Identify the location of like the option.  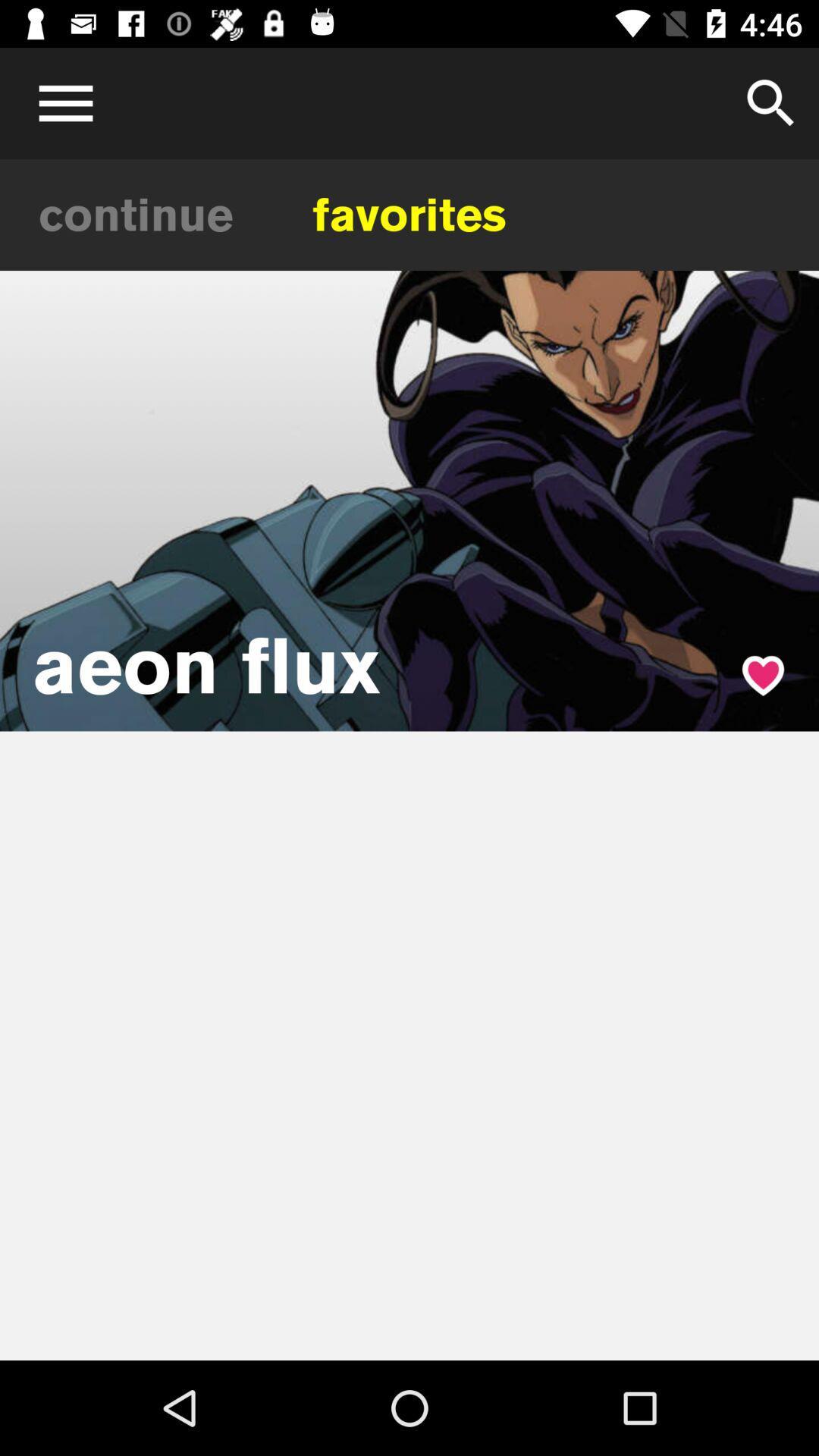
(763, 675).